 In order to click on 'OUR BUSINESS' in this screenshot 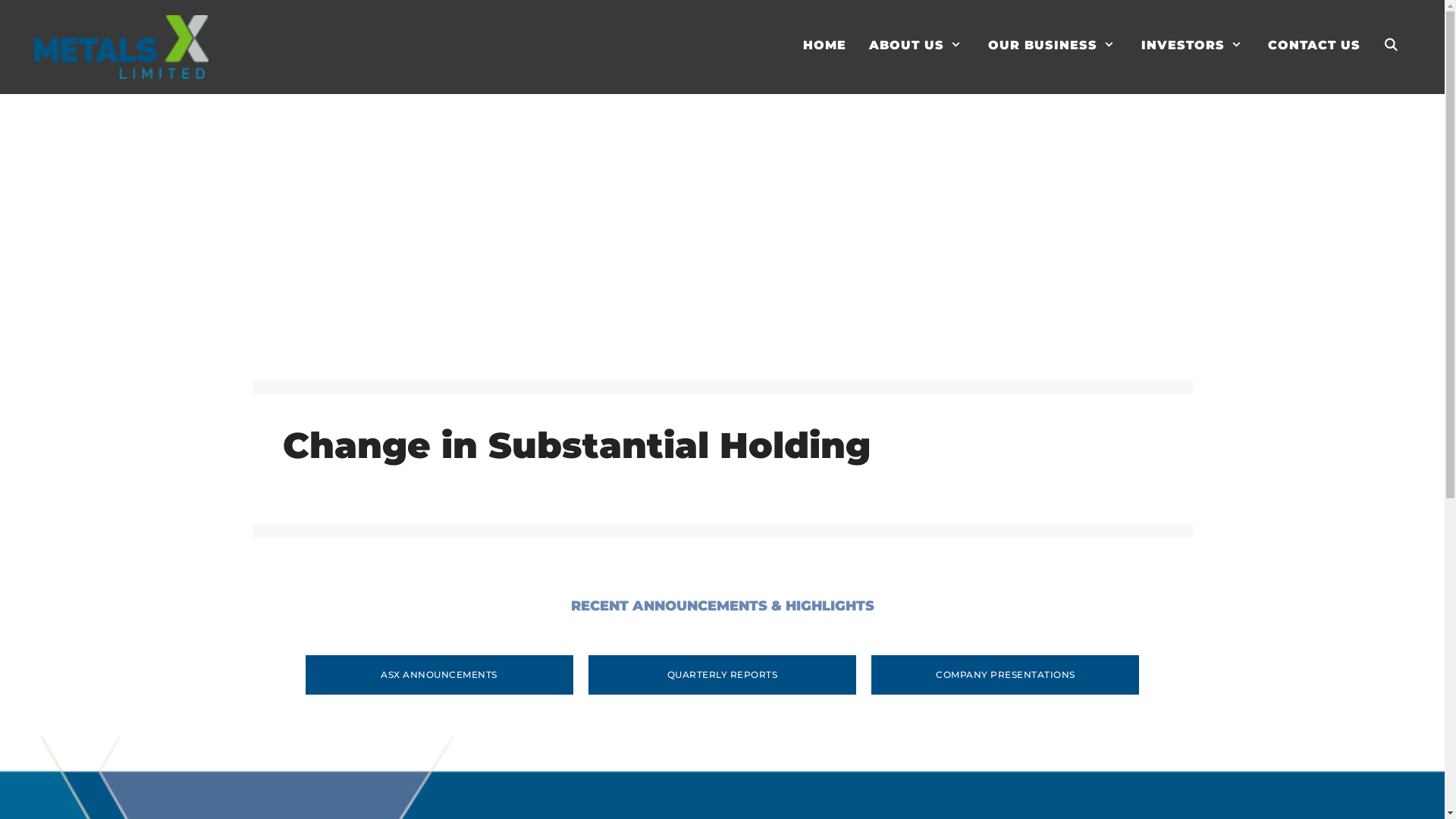, I will do `click(1052, 45)`.